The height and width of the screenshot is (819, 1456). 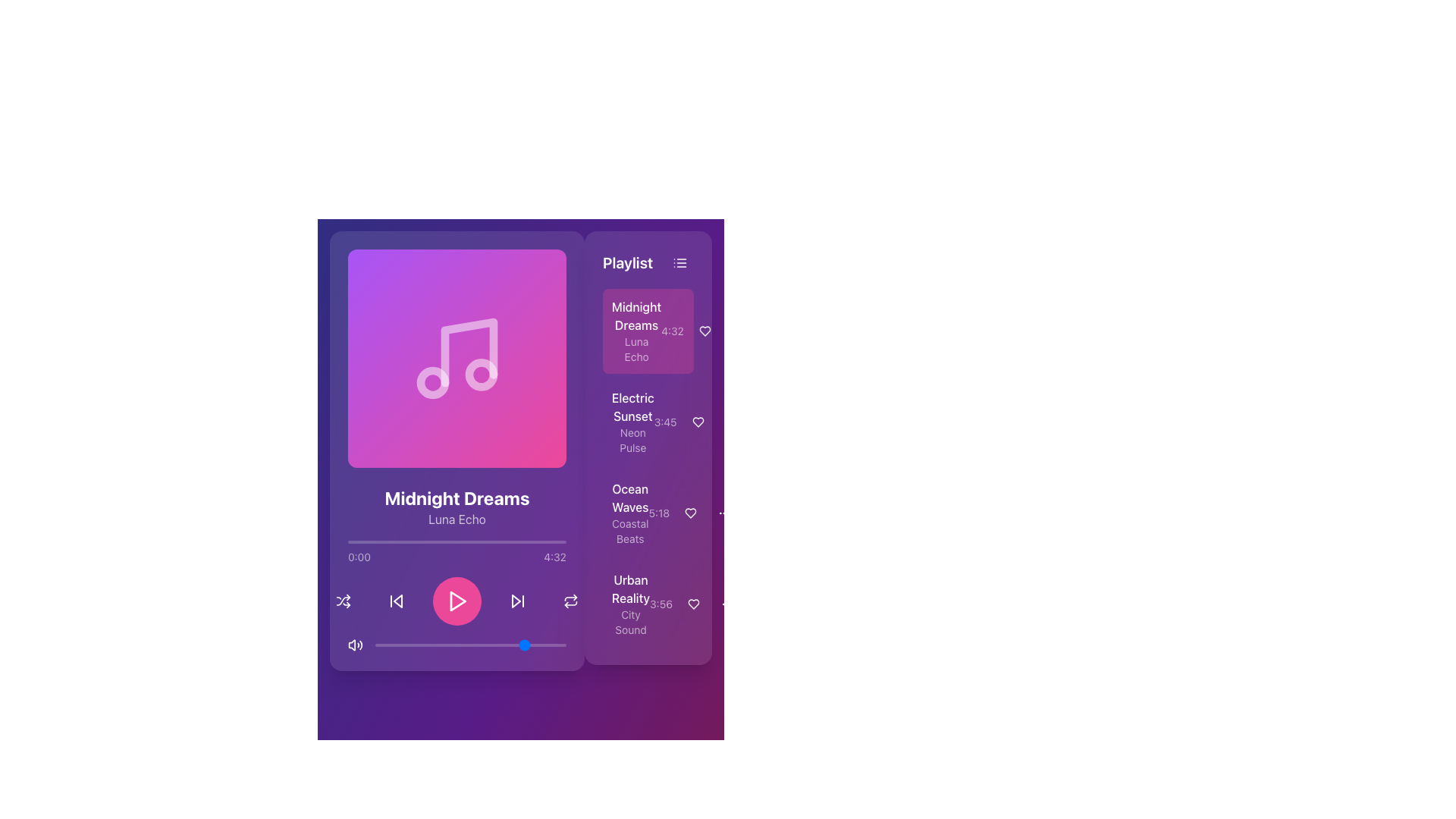 What do you see at coordinates (457, 601) in the screenshot?
I see `the circular pink button with a play icon located centrally in the player control section to observe the hover effect` at bounding box center [457, 601].